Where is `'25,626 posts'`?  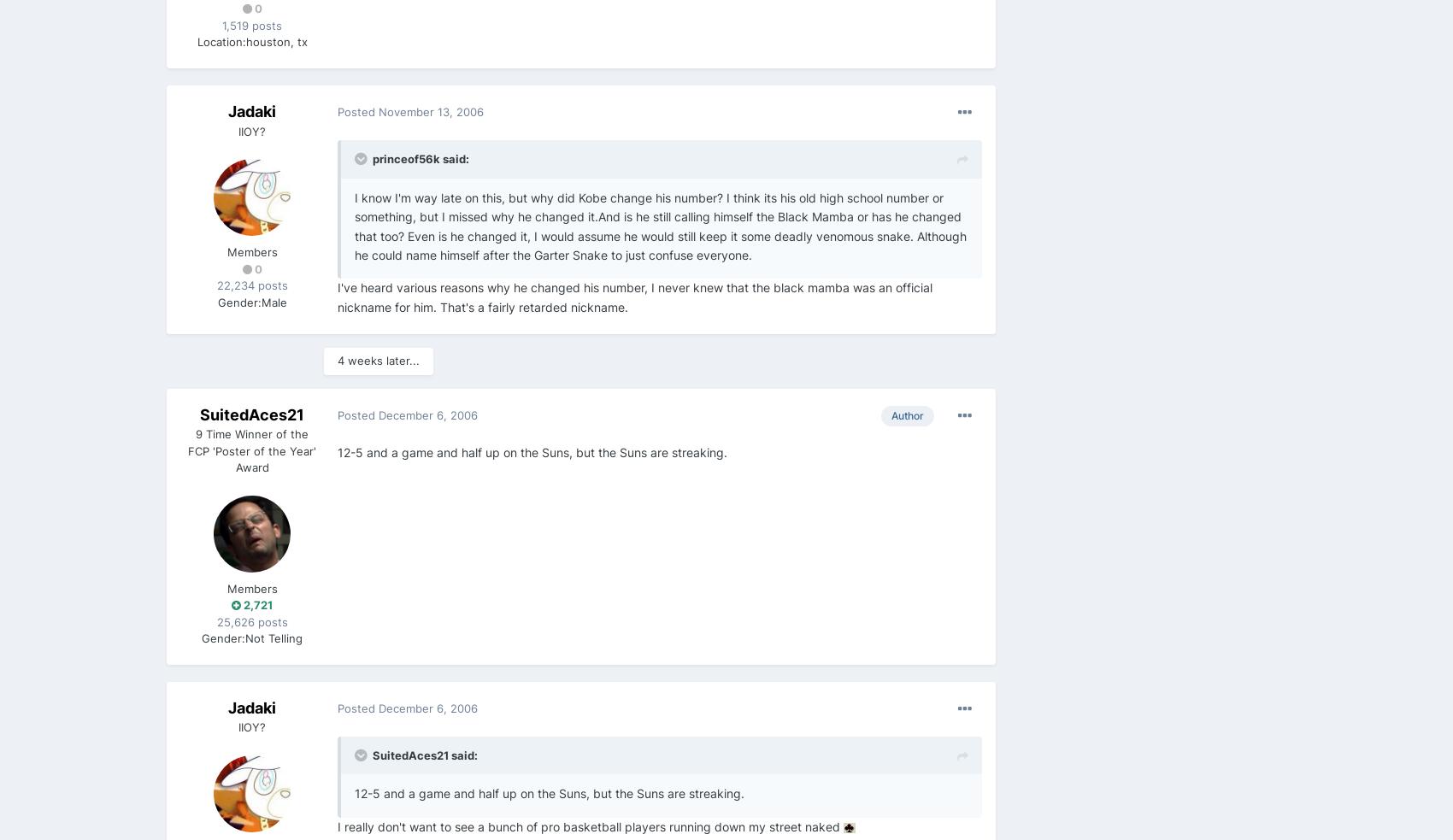 '25,626 posts' is located at coordinates (215, 620).